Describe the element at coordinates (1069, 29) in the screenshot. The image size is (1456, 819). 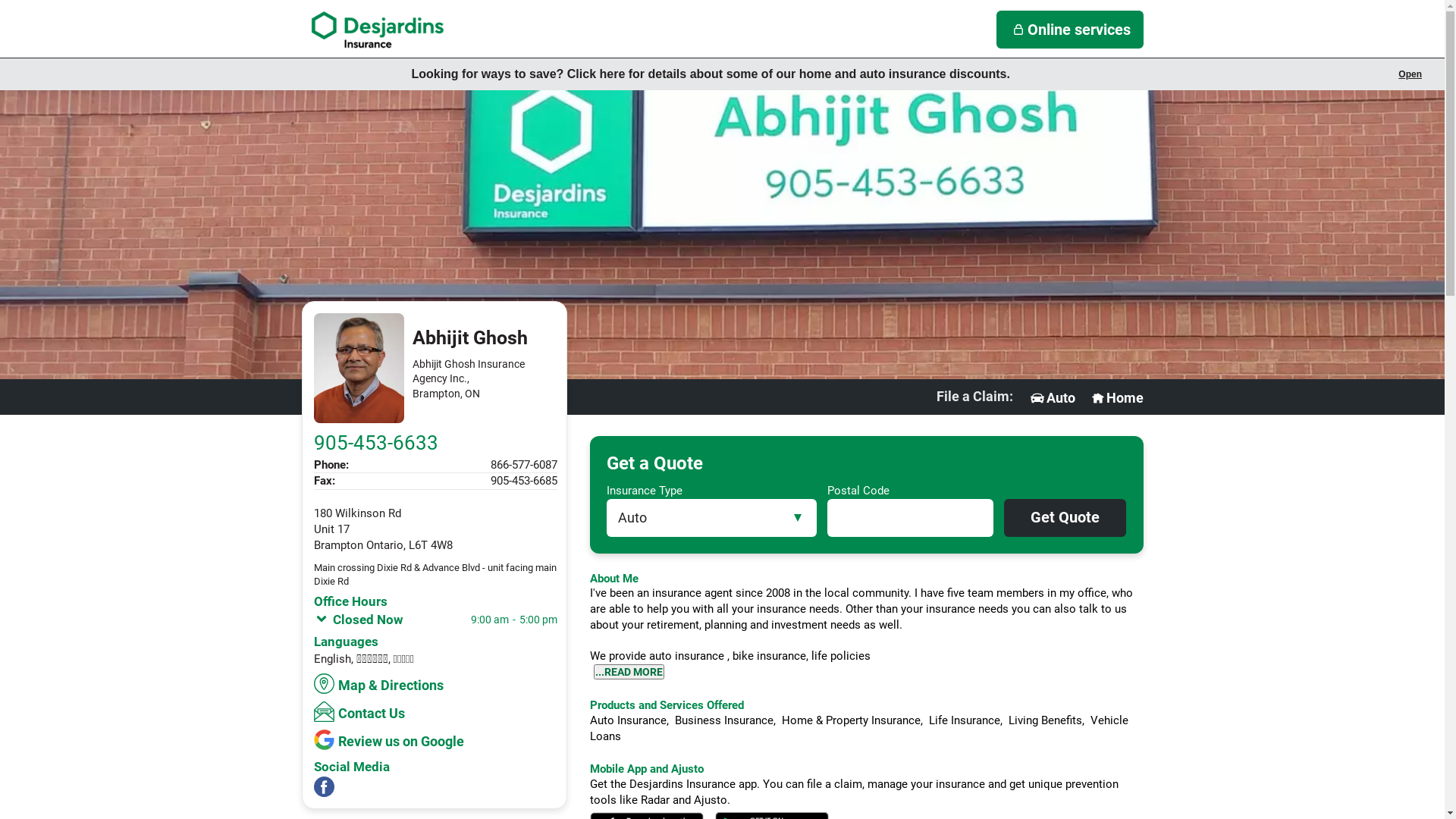
I see `'Online services'` at that location.